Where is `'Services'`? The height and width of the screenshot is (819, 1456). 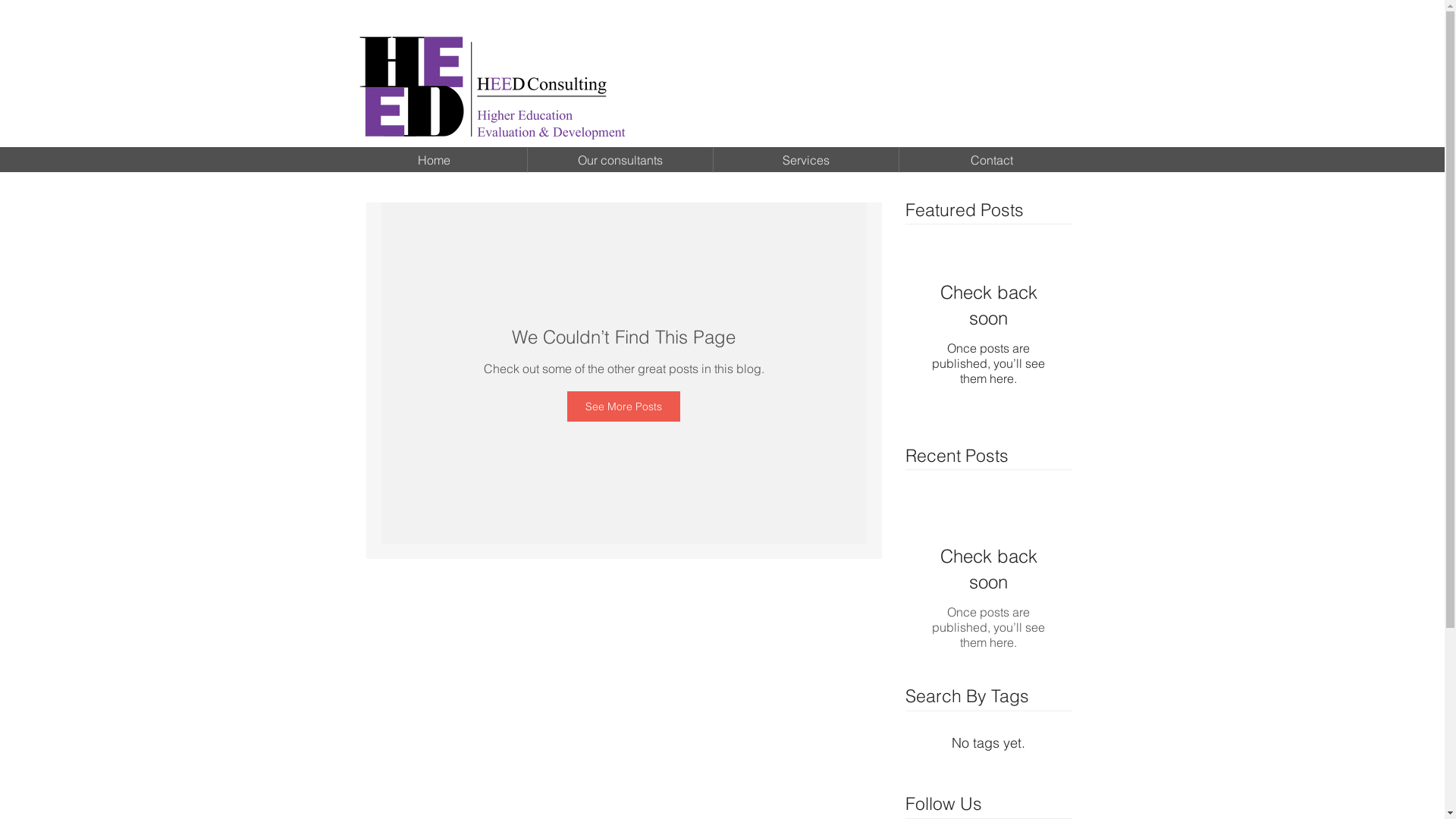
'Services' is located at coordinates (804, 160).